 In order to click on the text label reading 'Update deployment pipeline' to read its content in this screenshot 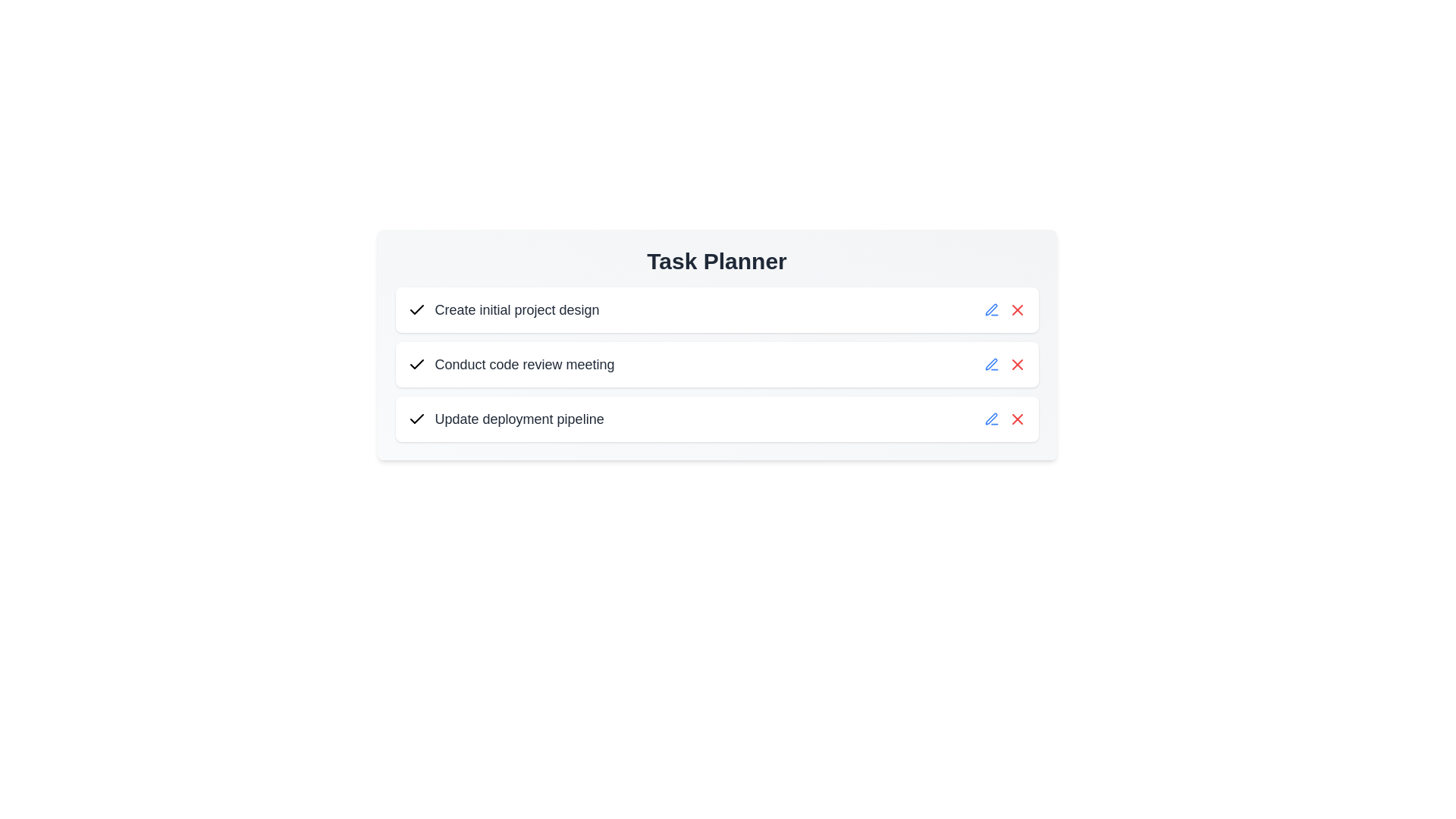, I will do `click(519, 419)`.